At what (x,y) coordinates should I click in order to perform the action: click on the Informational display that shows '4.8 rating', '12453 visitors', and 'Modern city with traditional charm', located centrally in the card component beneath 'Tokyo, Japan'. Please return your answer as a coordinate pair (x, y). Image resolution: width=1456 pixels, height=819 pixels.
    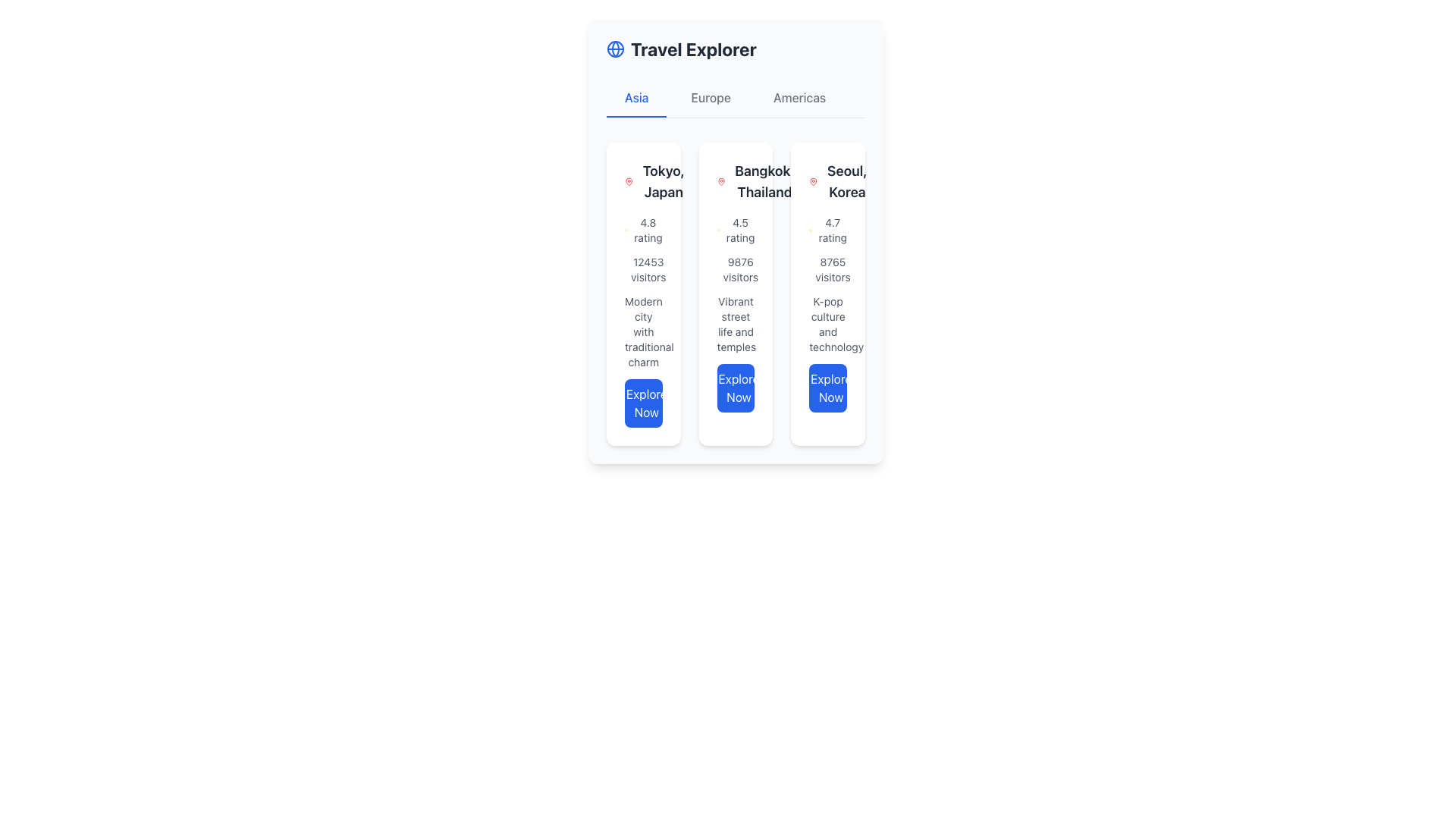
    Looking at the image, I should click on (643, 321).